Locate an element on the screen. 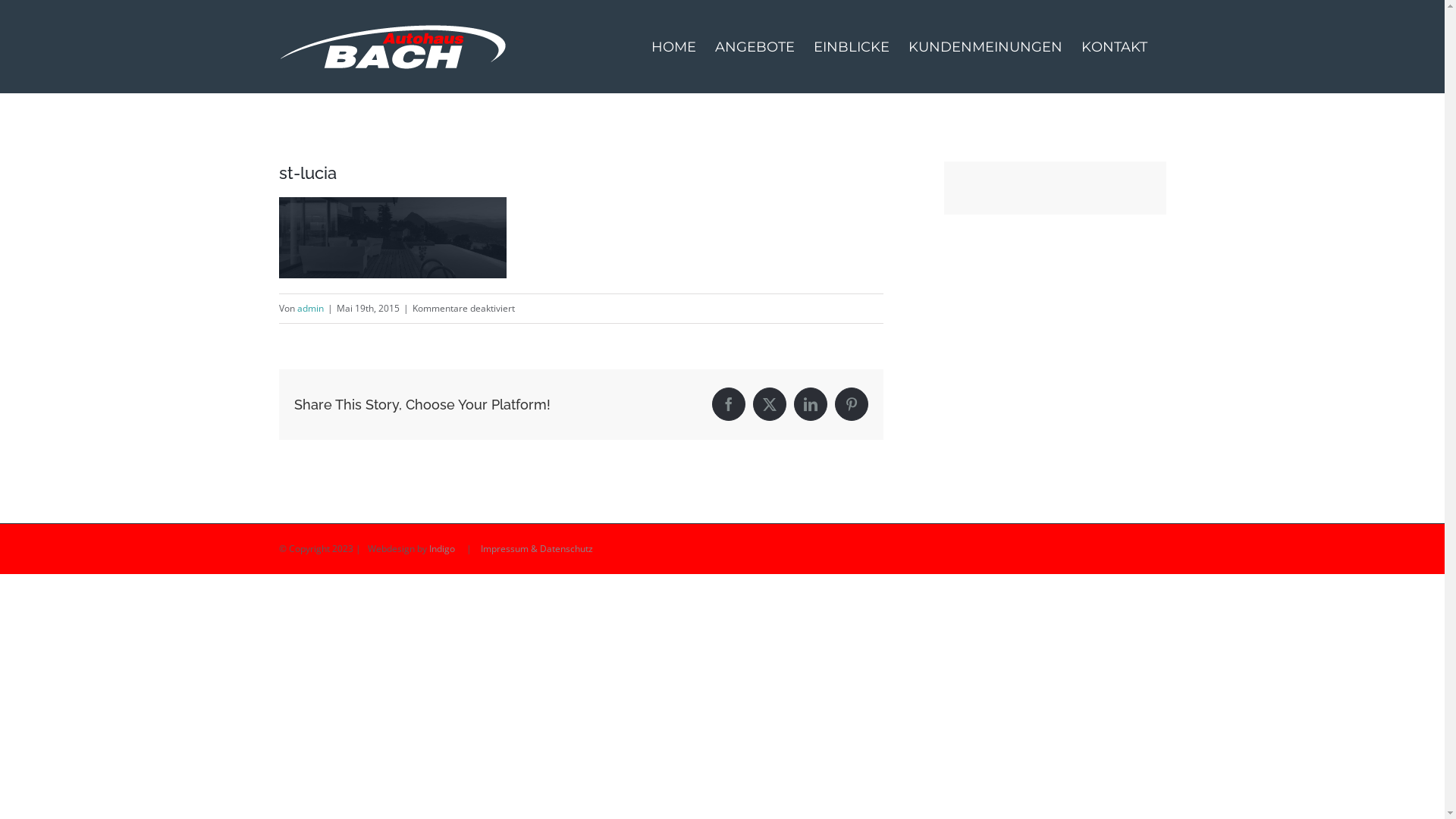 This screenshot has width=1456, height=819. 'ANGEBOTE' is located at coordinates (754, 45).